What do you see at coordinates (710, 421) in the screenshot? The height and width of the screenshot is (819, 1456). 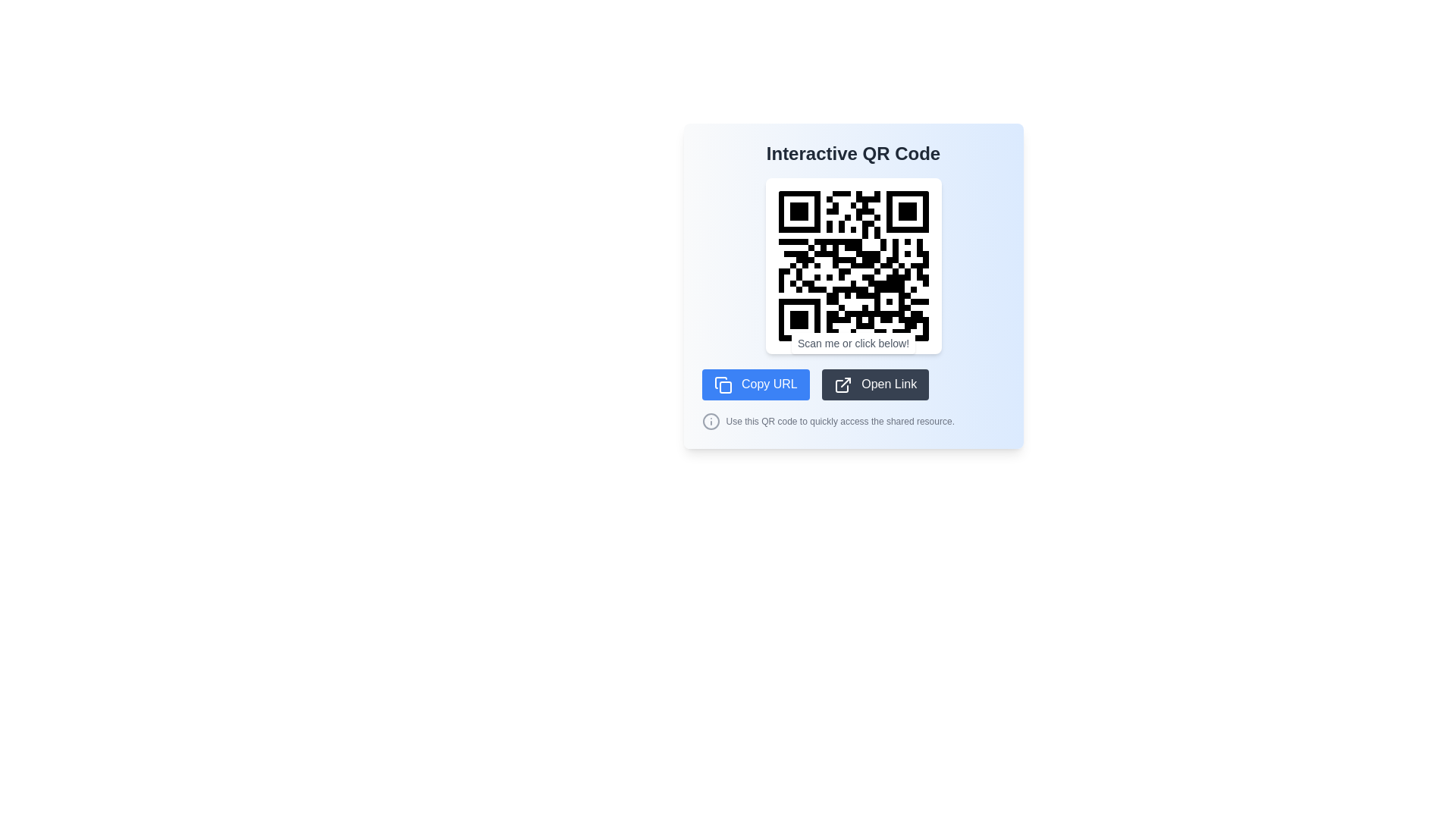 I see `the circular SVG element that is part of an SVG icon, characterized by smooth edges and a consistent radius` at bounding box center [710, 421].